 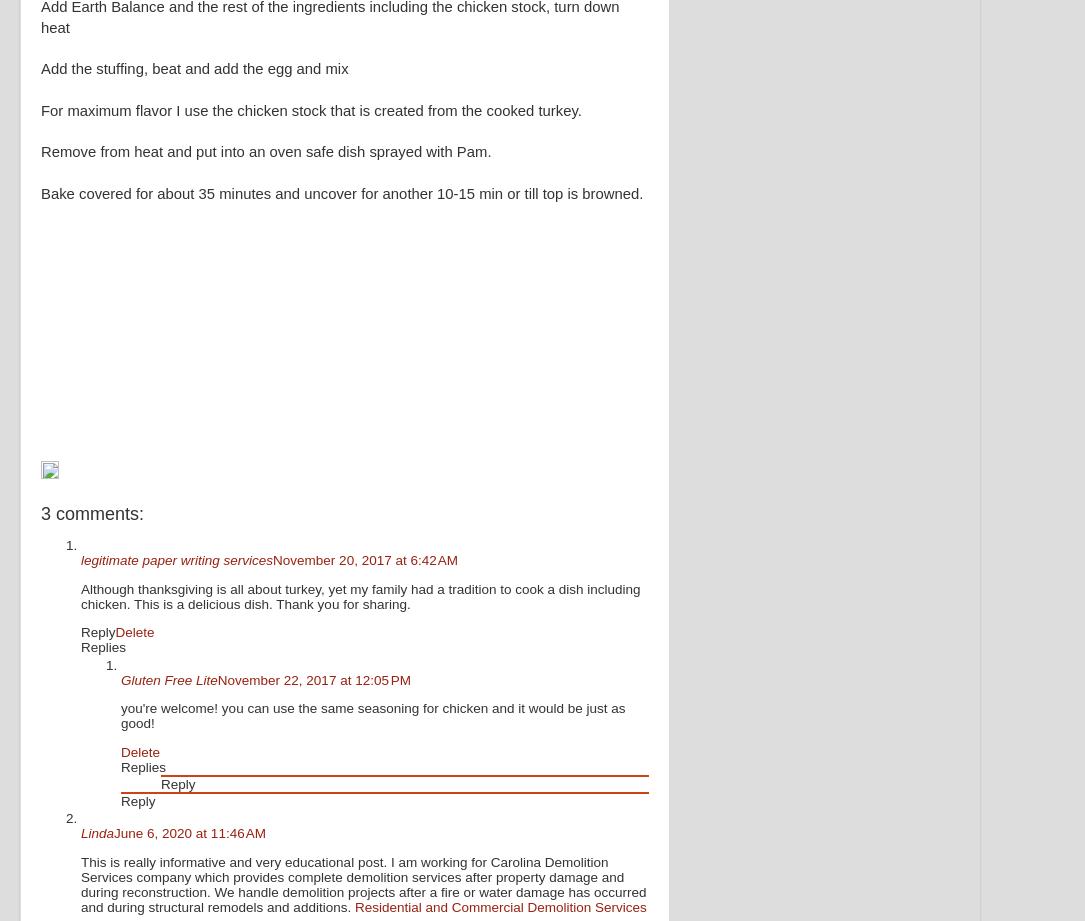 I want to click on '3 comments:', so click(x=91, y=511).